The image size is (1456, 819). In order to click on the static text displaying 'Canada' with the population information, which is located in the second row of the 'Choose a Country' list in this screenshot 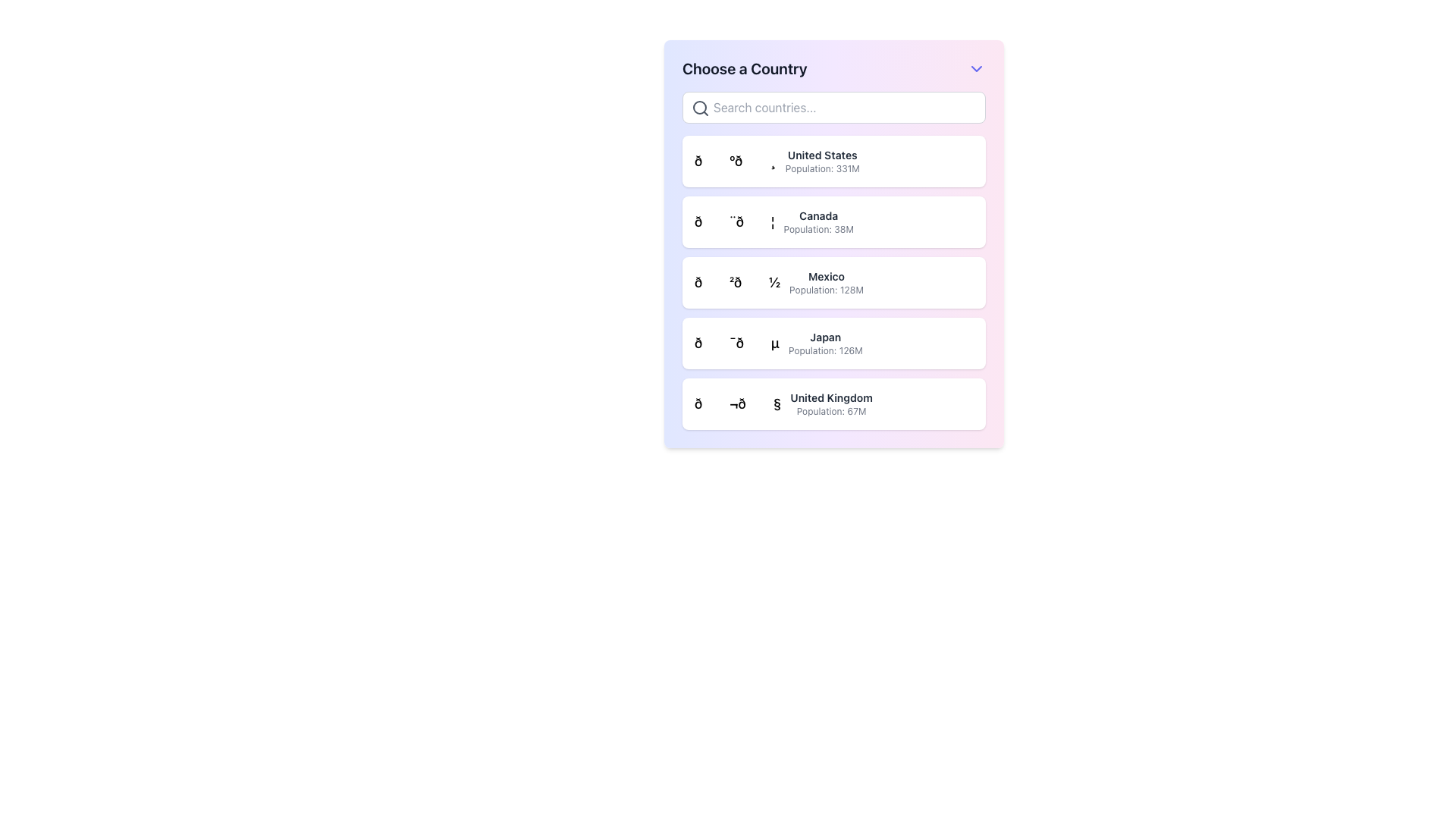, I will do `click(817, 222)`.